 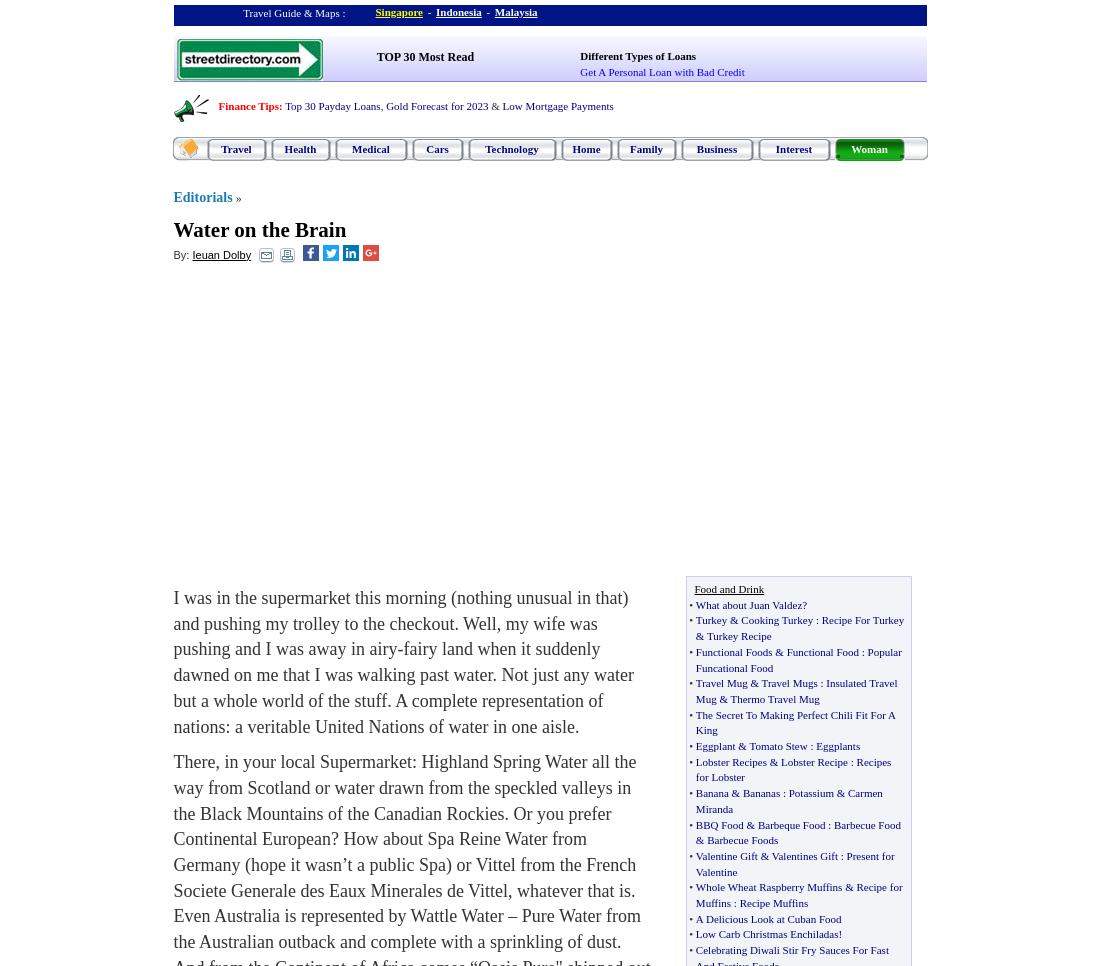 I want to click on 'Whole Wheat Raspberry Muffins', so click(x=768, y=886).